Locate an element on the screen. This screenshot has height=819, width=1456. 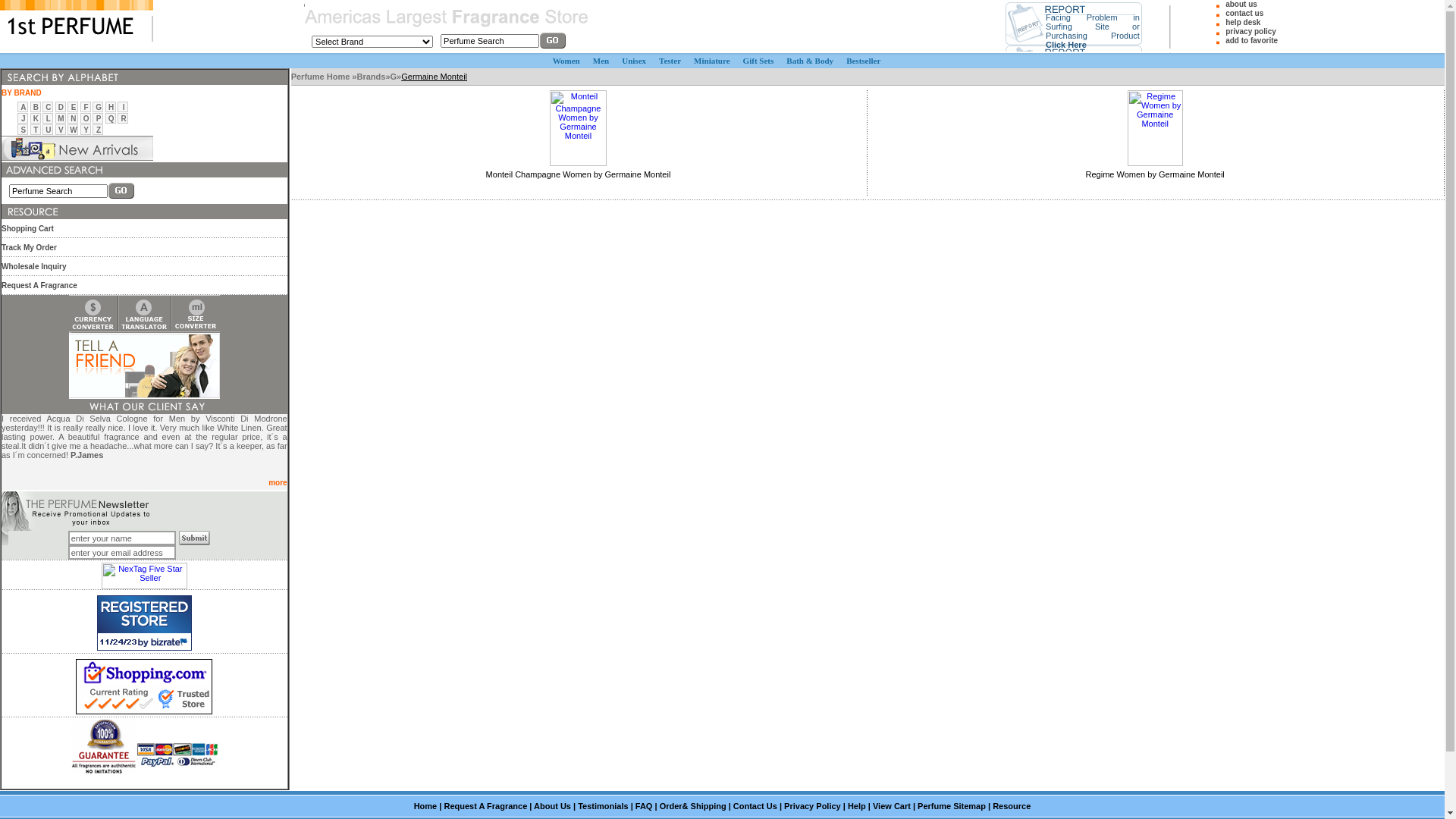
'U' is located at coordinates (48, 129).